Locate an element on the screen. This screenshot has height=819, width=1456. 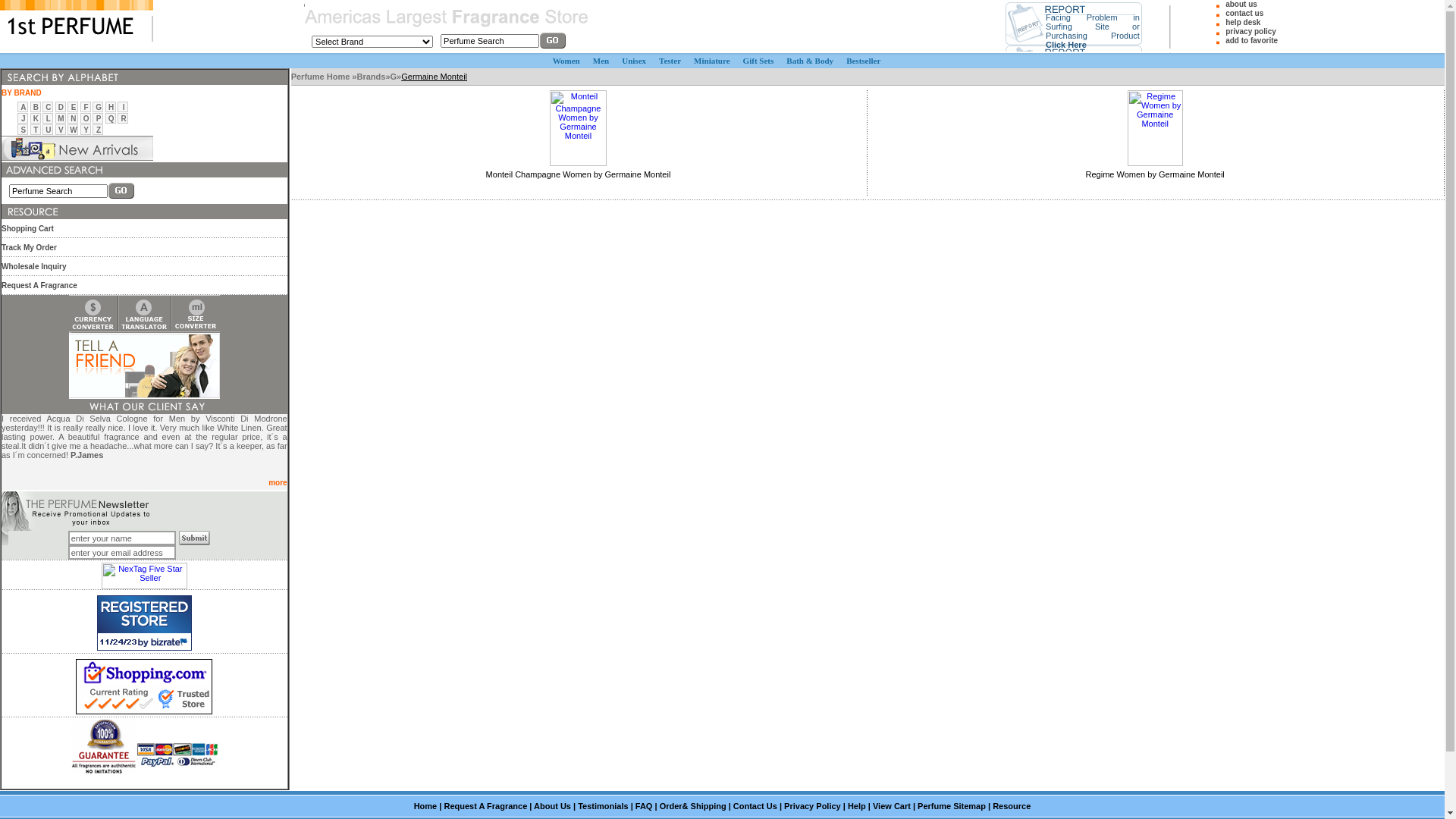
'U' is located at coordinates (48, 129).